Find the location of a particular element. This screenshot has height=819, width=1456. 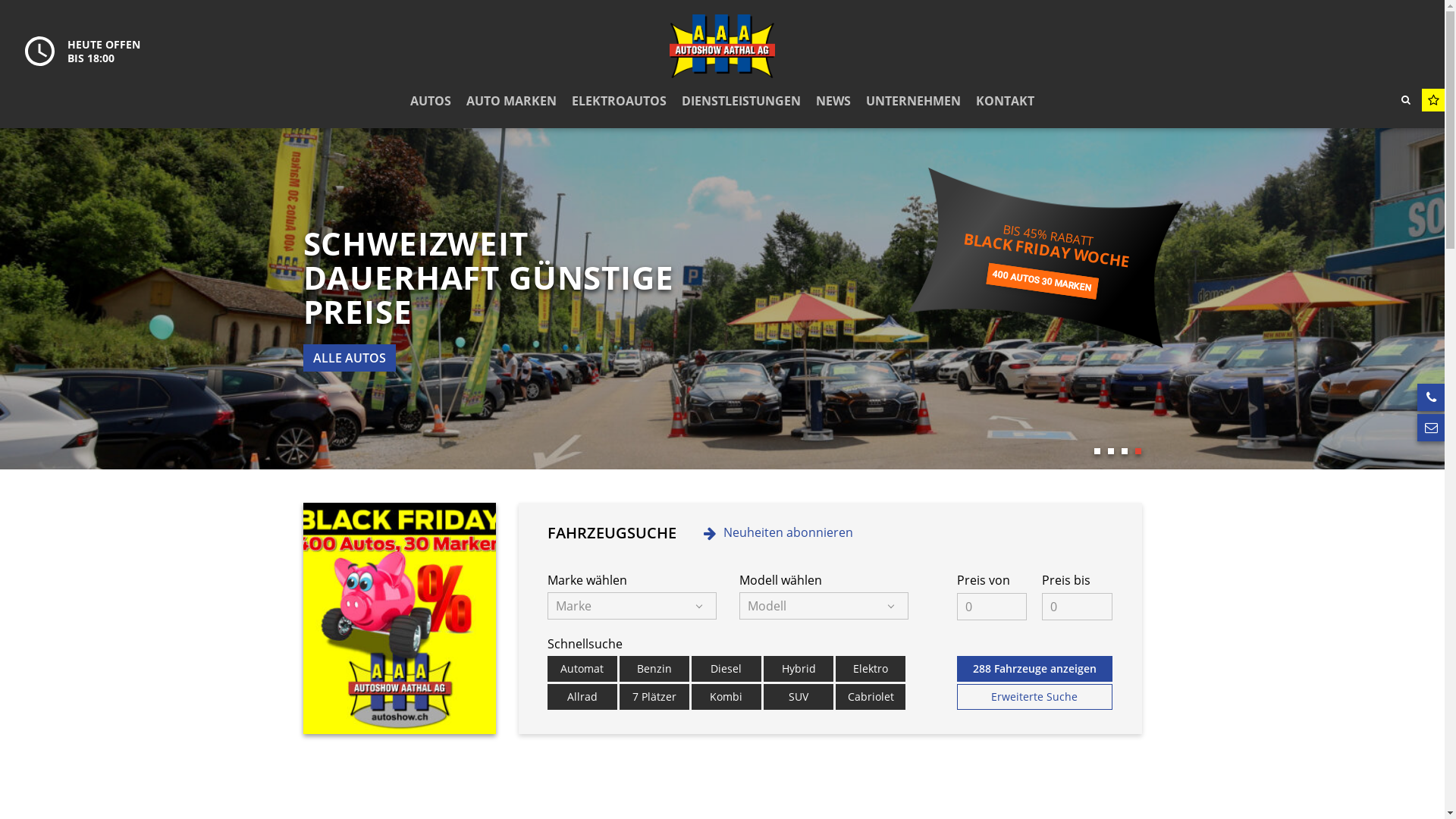

'Search' is located at coordinates (1390, 99).